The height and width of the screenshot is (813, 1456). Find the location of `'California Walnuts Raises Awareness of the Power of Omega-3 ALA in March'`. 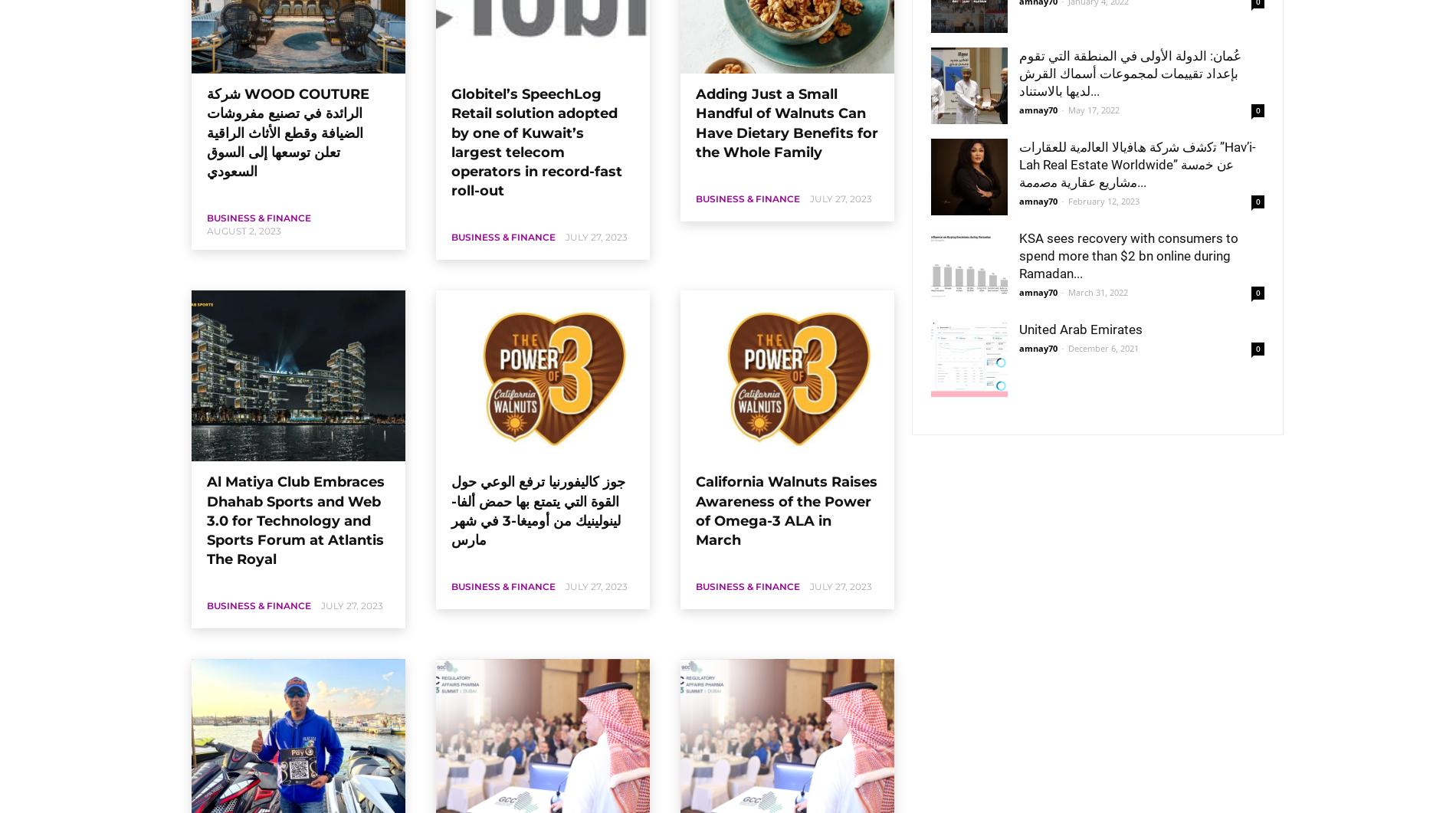

'California Walnuts Raises Awareness of the Power of Omega-3 ALA in March' is located at coordinates (786, 510).